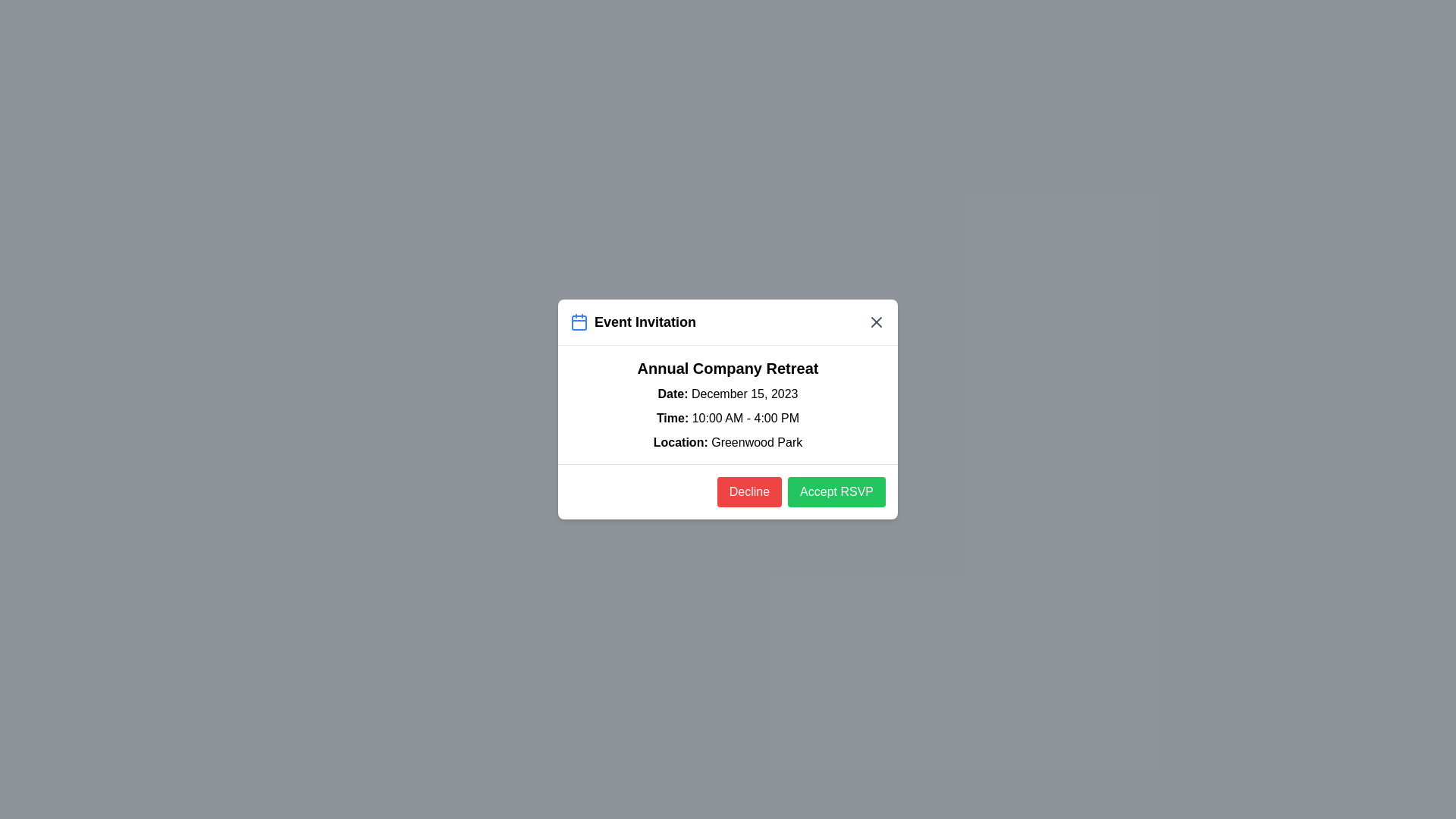  Describe the element at coordinates (728, 418) in the screenshot. I see `text content of the second Text Label that provides the time details of an event, located between the 'Date: December 15, 2023' and 'Location: Greenwood Park' text` at that location.